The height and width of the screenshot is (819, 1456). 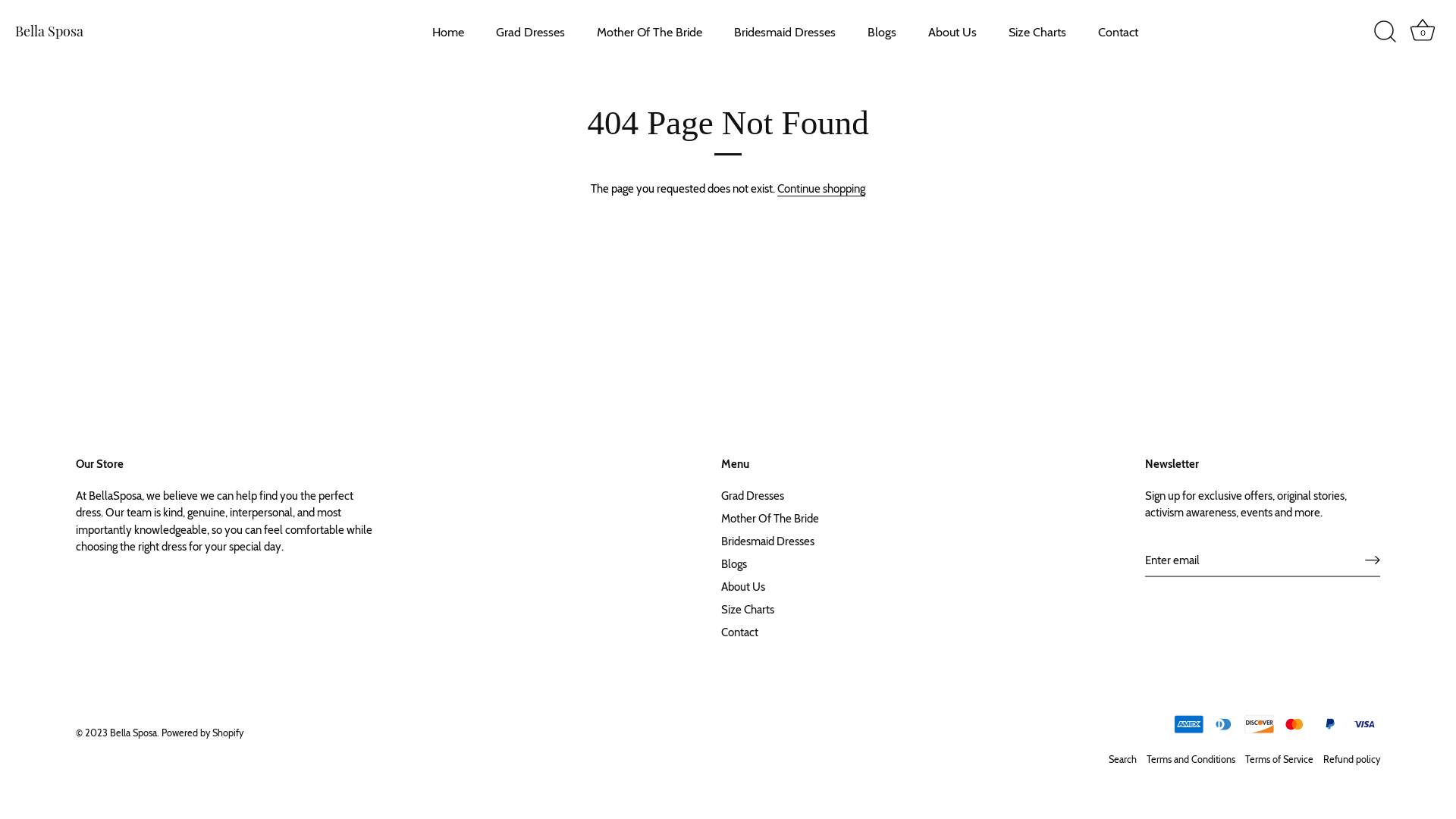 What do you see at coordinates (1278, 758) in the screenshot?
I see `'Terms of Service'` at bounding box center [1278, 758].